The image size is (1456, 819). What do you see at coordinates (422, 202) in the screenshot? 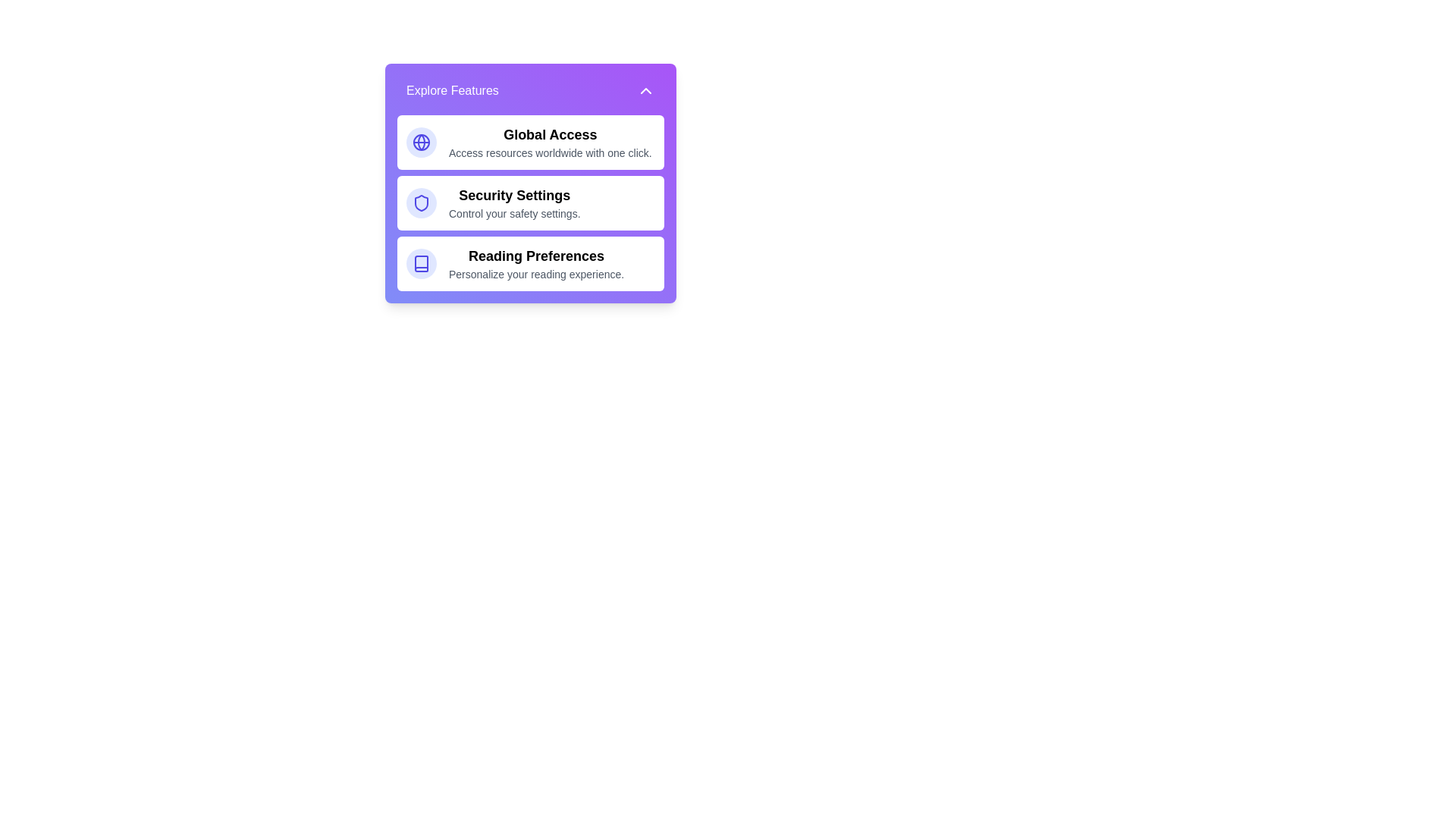
I see `the security icon located in the 'Security Settings' section of the 'Explore Features' menu panel, which visually represents the concept of security` at bounding box center [422, 202].